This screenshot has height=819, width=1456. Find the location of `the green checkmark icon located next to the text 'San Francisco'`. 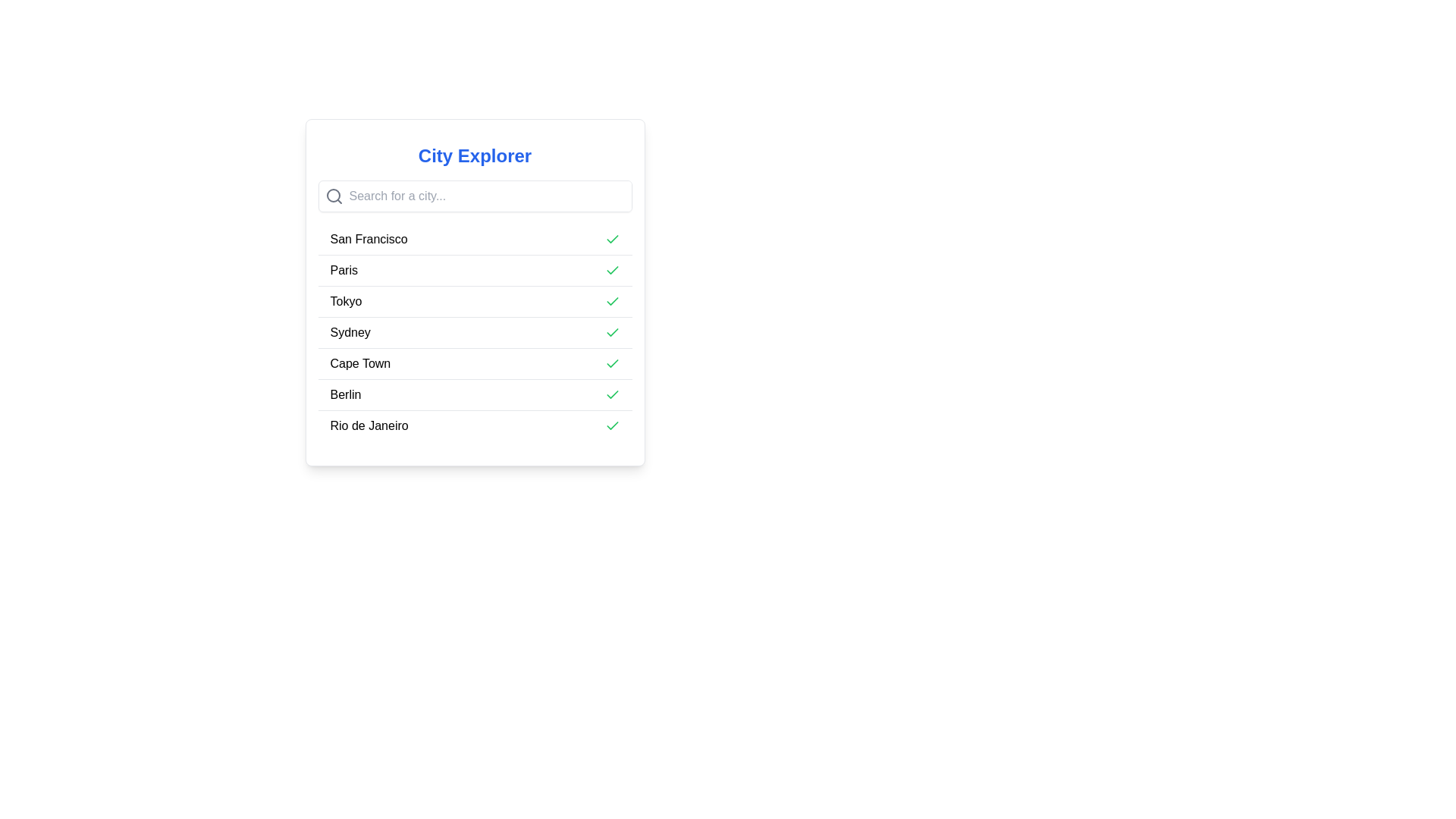

the green checkmark icon located next to the text 'San Francisco' is located at coordinates (612, 239).